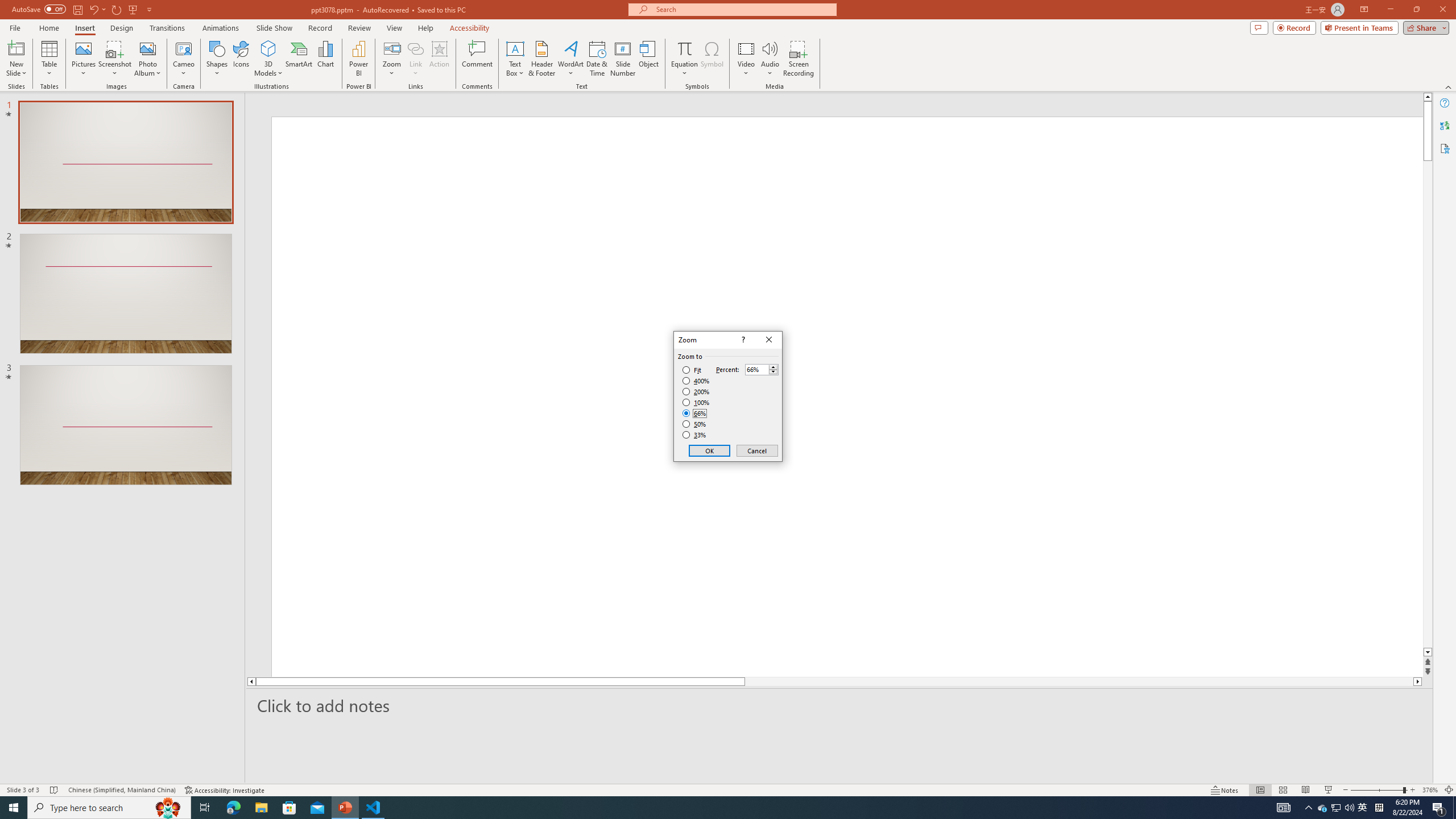 The height and width of the screenshot is (819, 1456). What do you see at coordinates (770, 59) in the screenshot?
I see `'Audio'` at bounding box center [770, 59].